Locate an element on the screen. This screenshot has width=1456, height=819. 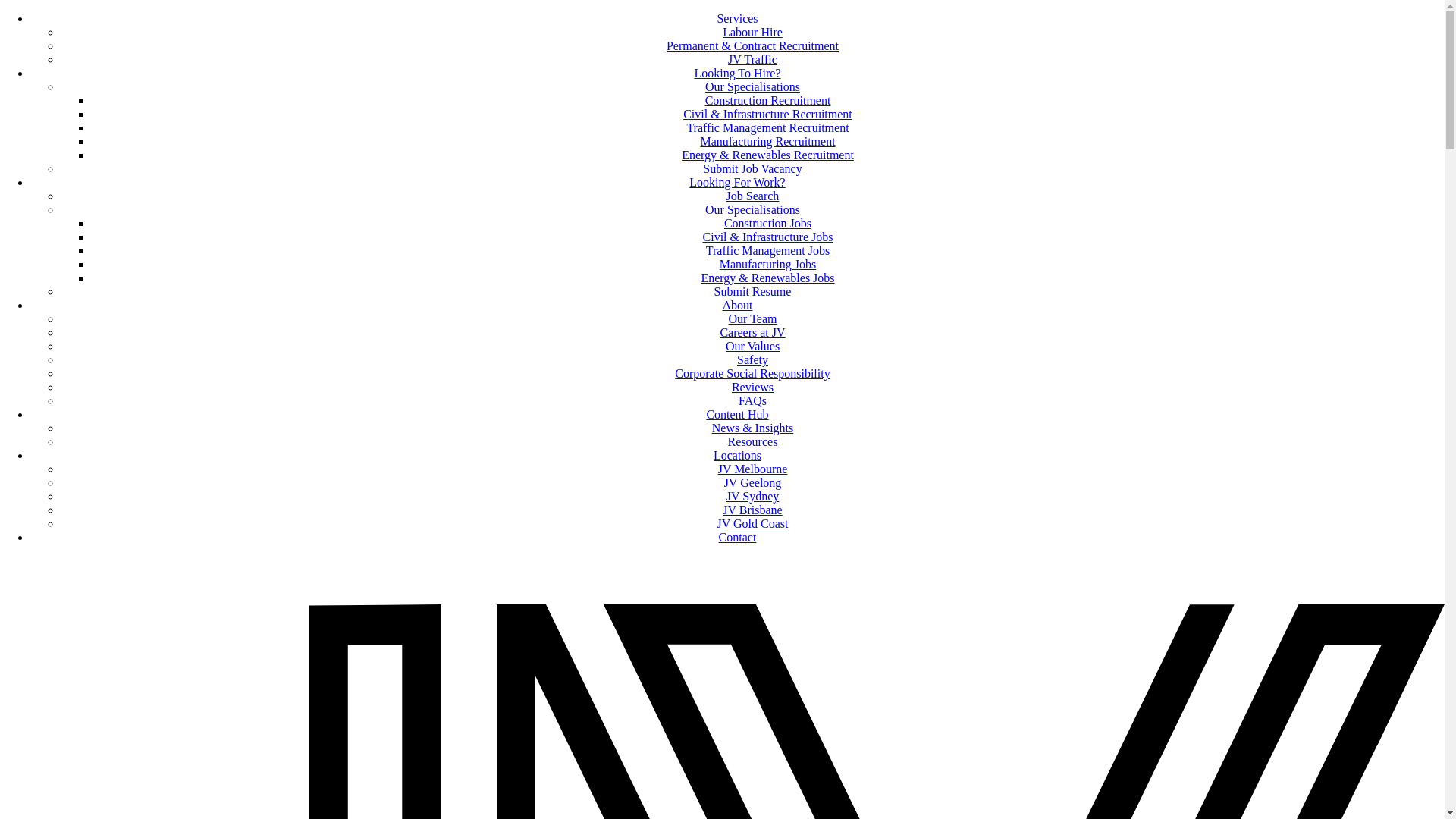
'Construction Jobs' is located at coordinates (767, 223).